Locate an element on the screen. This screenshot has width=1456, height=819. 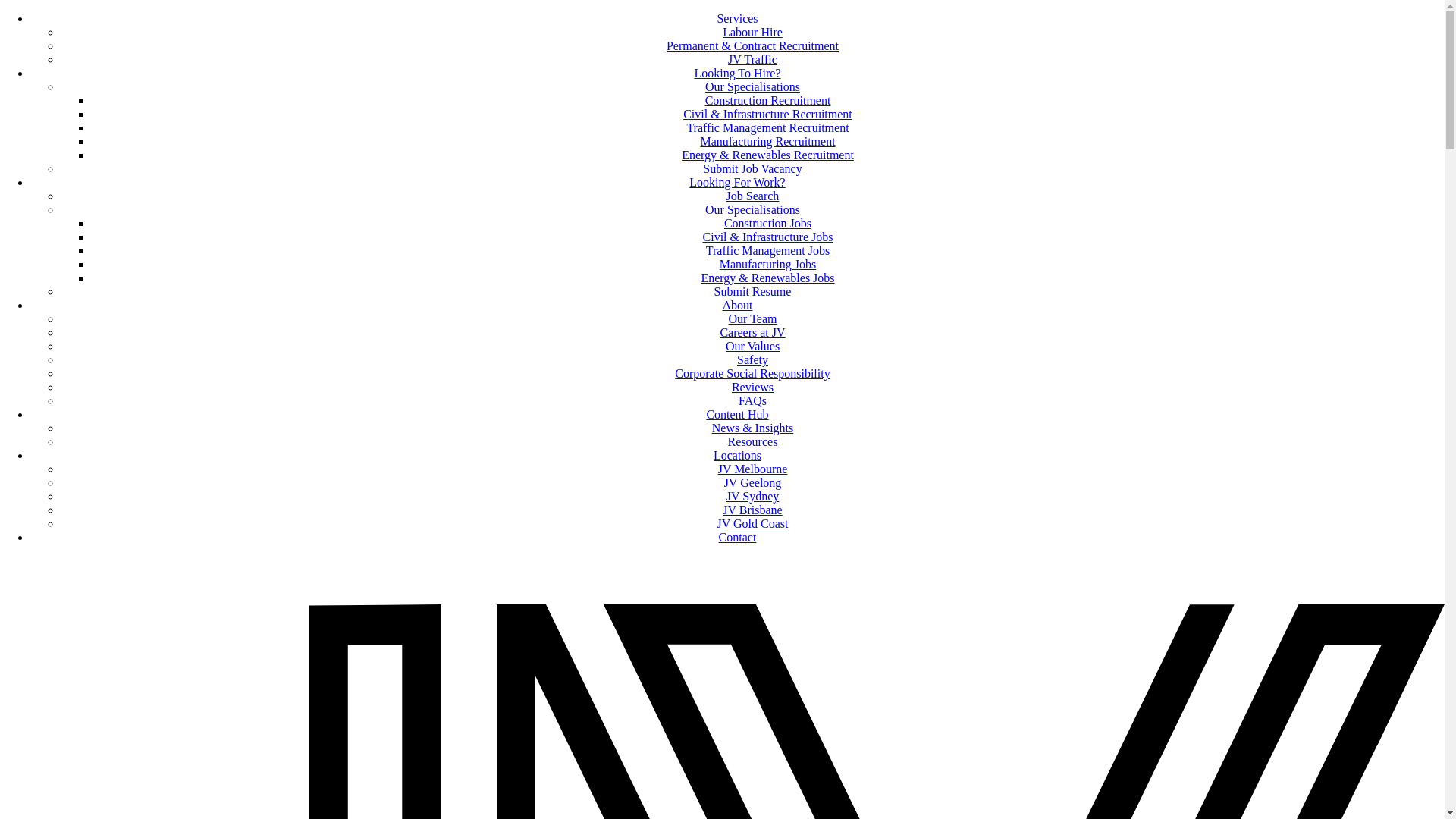
'Construction Jobs' is located at coordinates (767, 223).